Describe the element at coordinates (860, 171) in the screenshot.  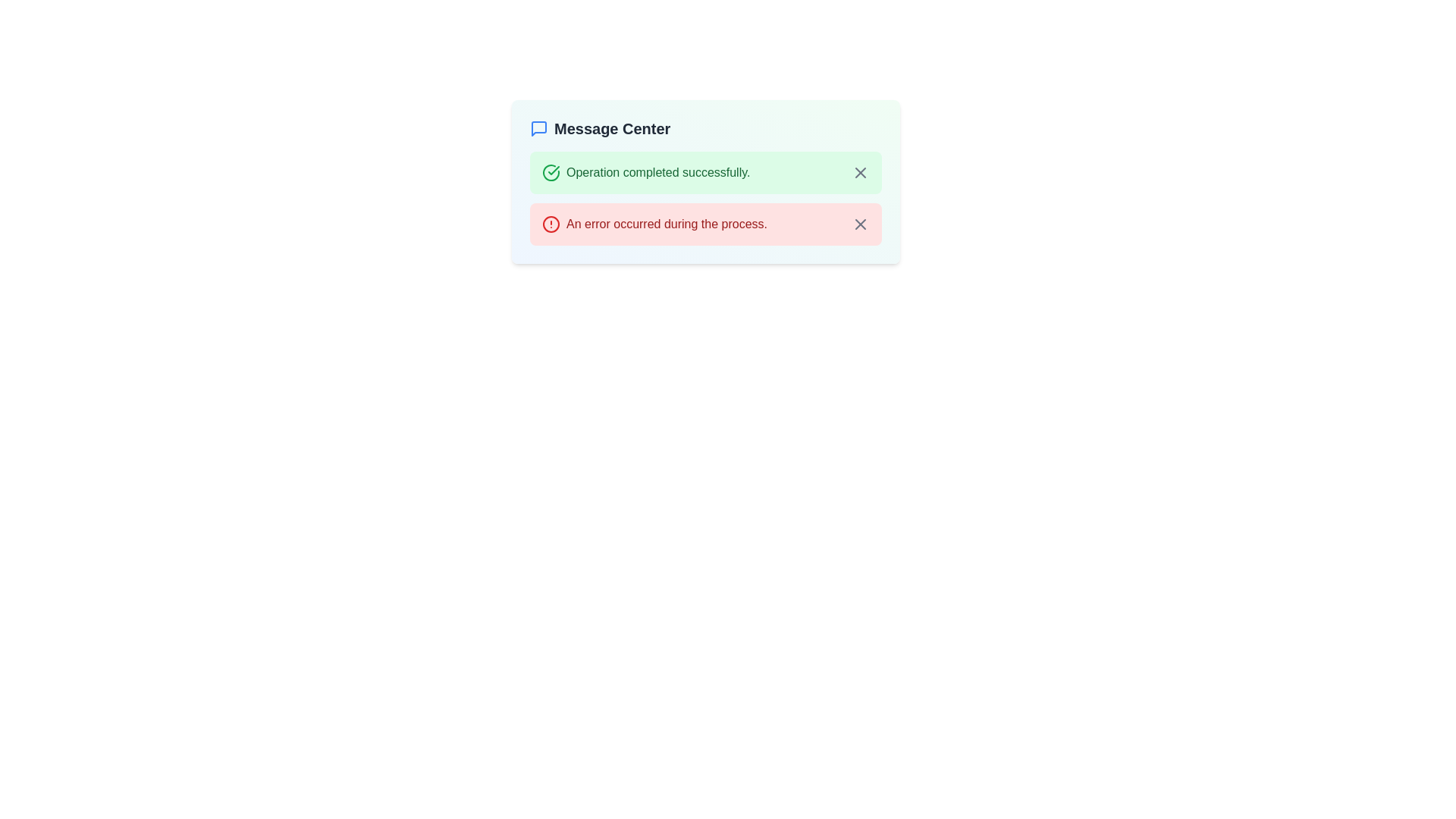
I see `the dismiss/close icon button, which is a diagonal cross (X) located in the top-right corner of the green notification area stating 'Operation completed successfully'` at that location.